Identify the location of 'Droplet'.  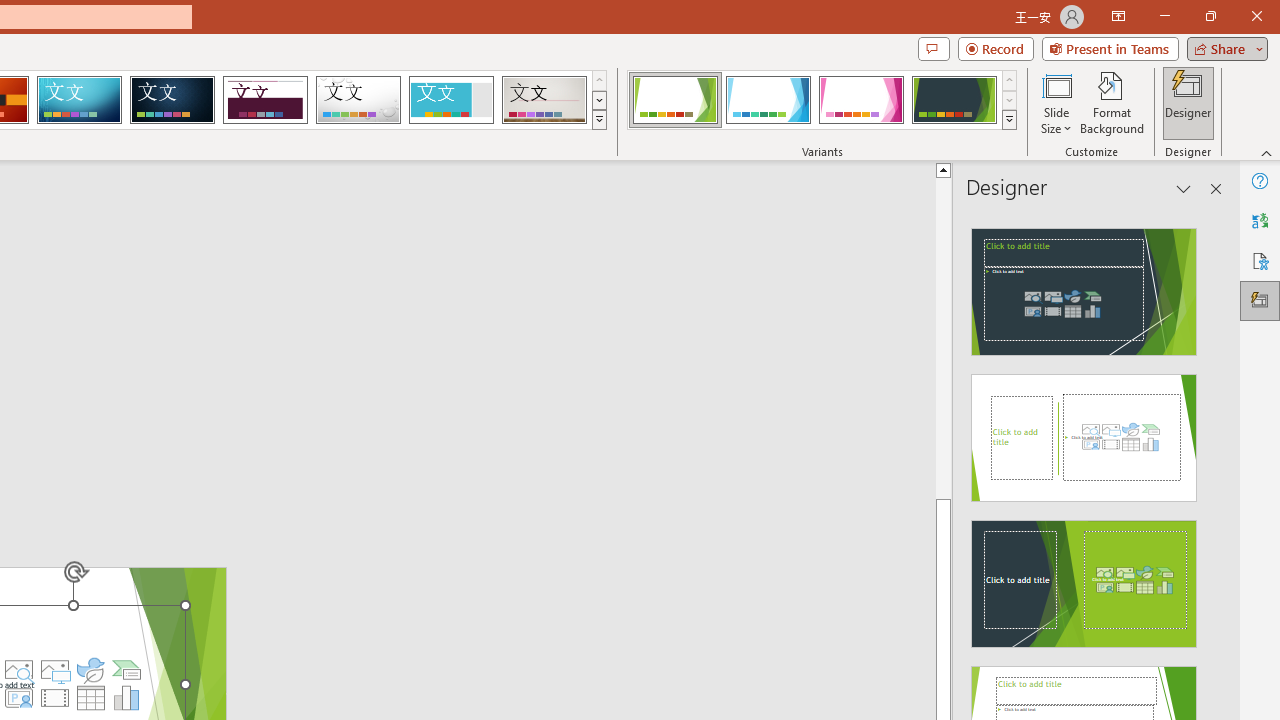
(358, 100).